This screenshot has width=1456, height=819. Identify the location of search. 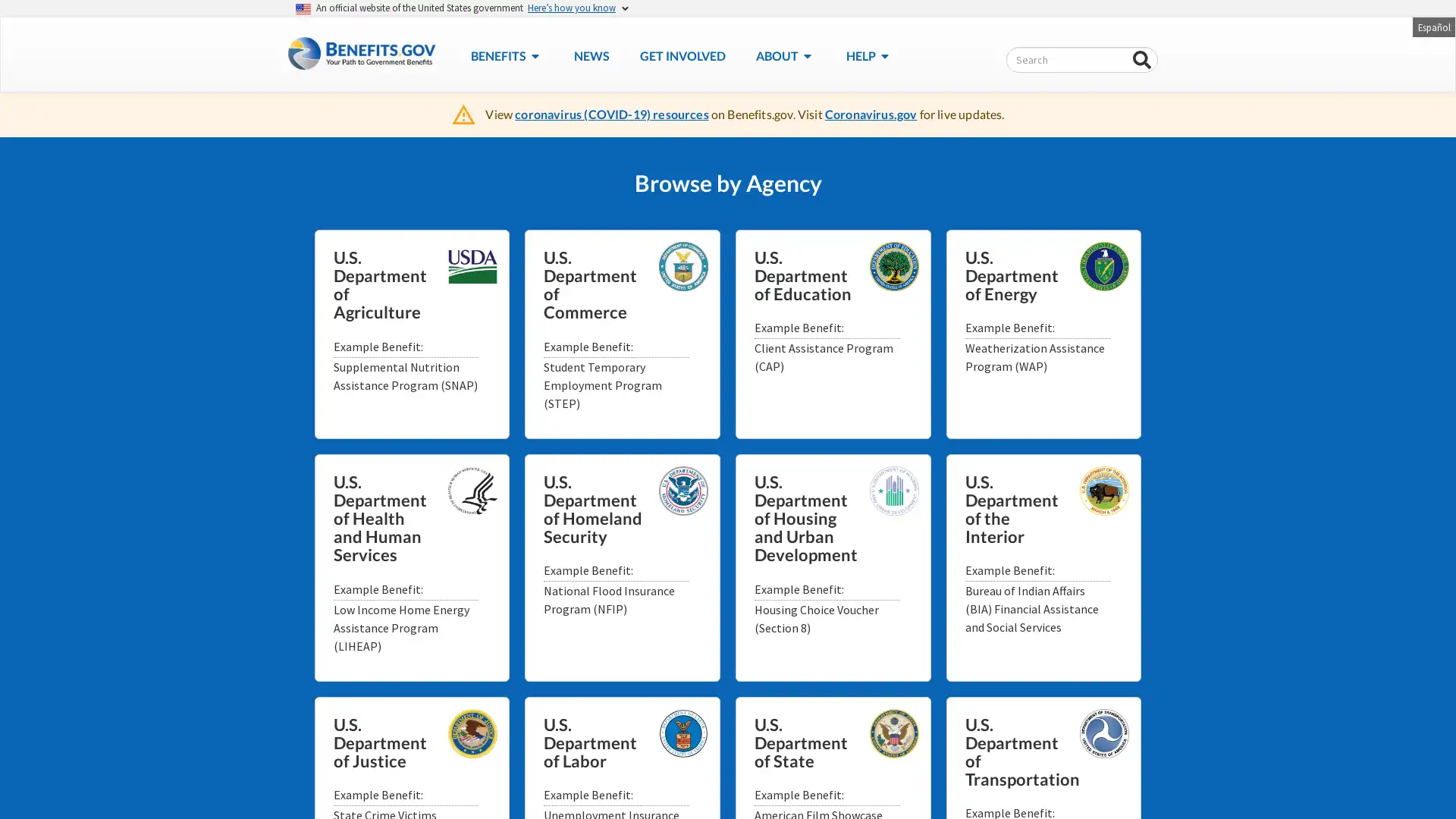
(1142, 60).